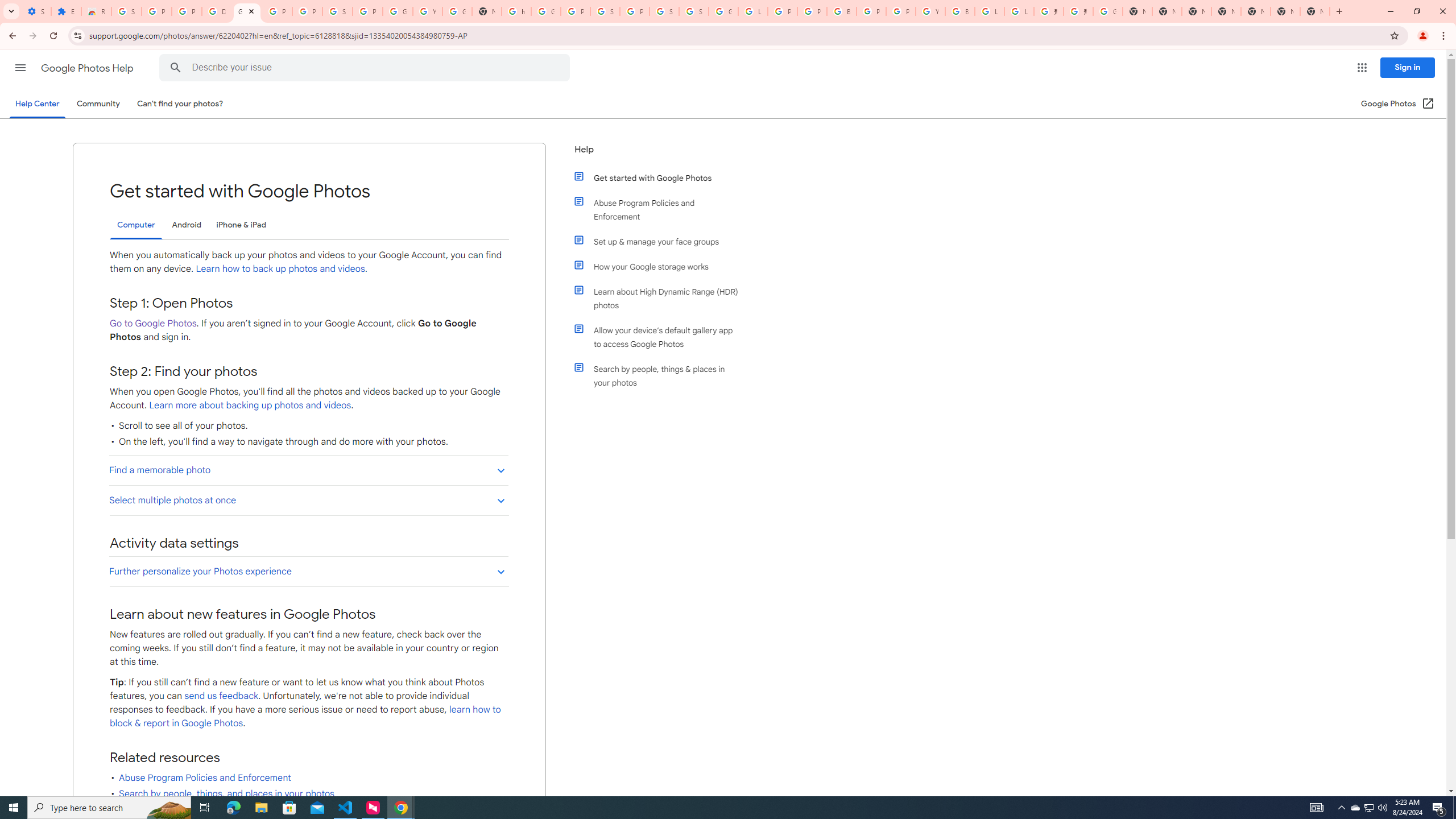 The width and height of the screenshot is (1456, 819). Describe the element at coordinates (661, 178) in the screenshot. I see `'Get started with Google Photos'` at that location.